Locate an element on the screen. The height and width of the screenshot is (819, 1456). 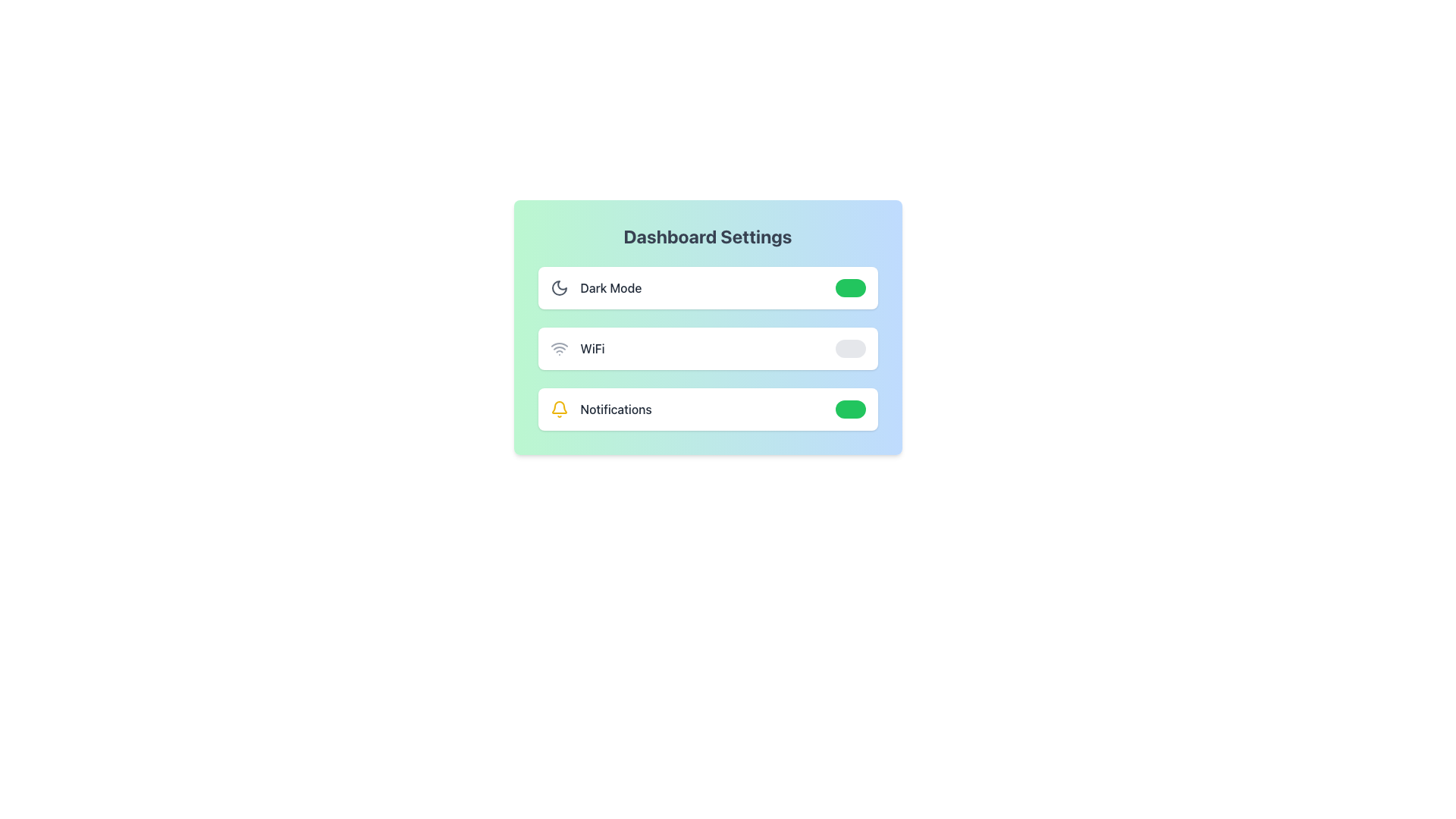
the Notifications icon, which is the visual representation located to the left of the text 'Notifications' in the settings menu is located at coordinates (558, 409).